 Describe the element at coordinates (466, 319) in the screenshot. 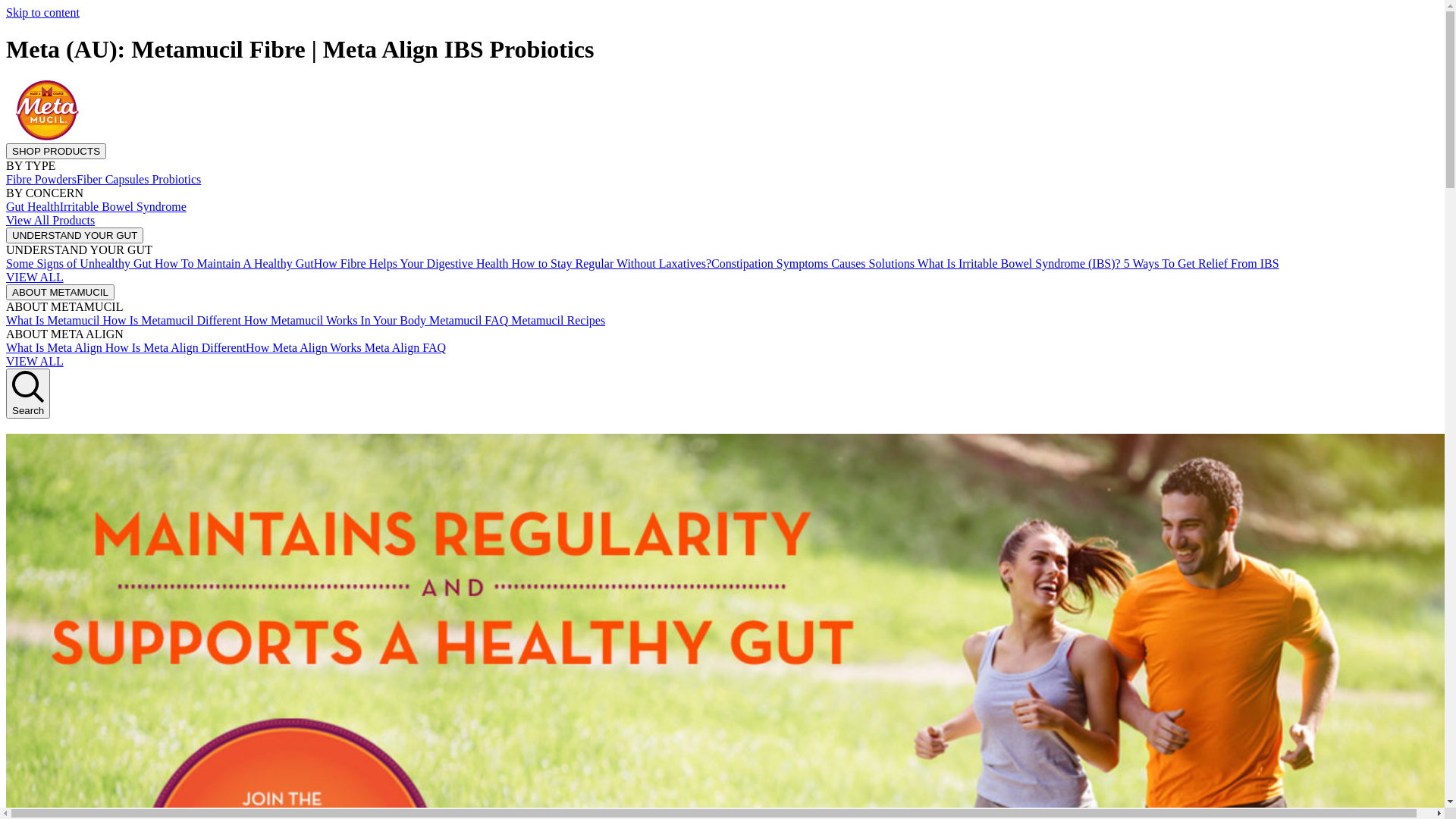

I see `'Metamucil FAQ'` at that location.